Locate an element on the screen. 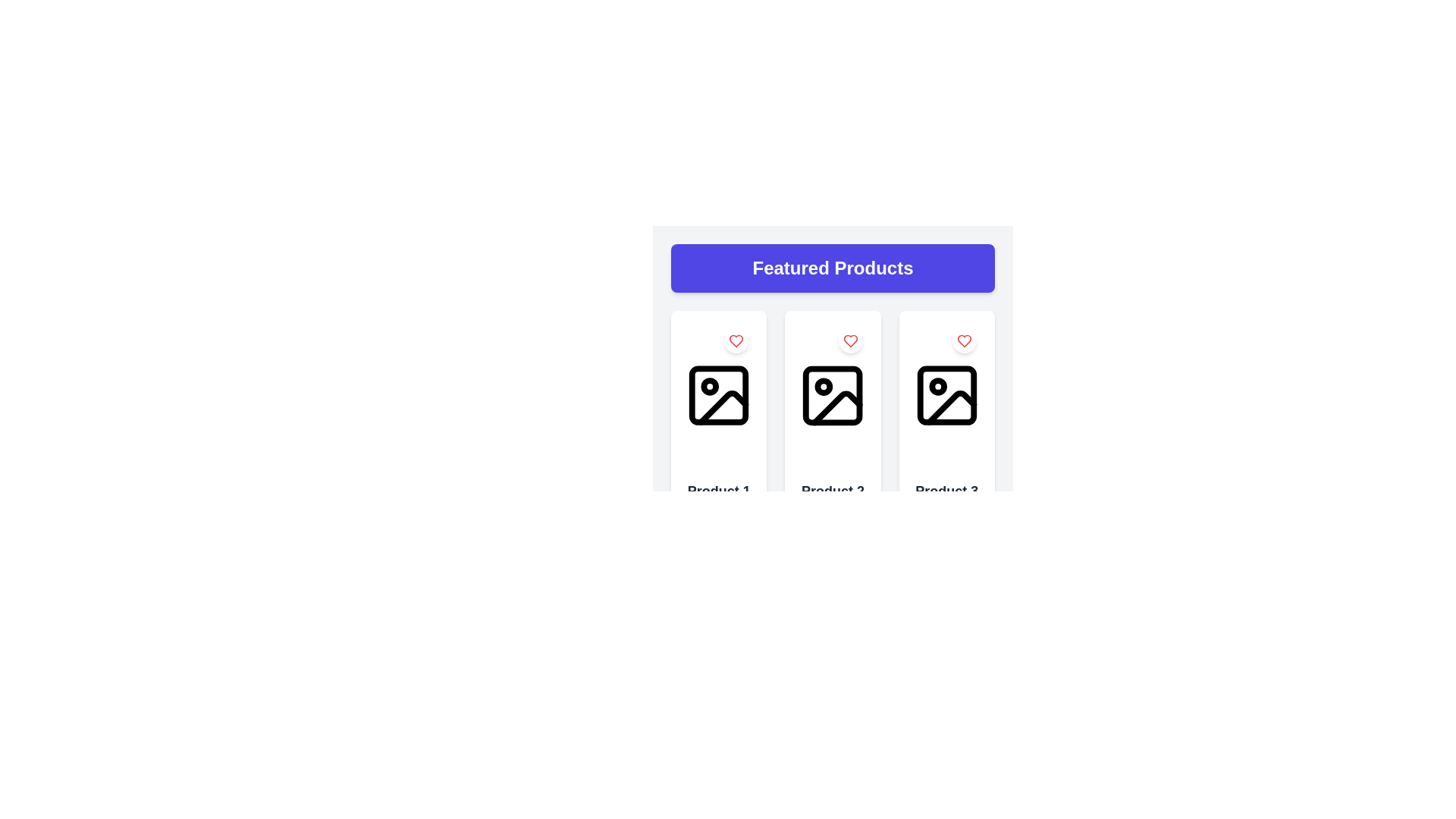 This screenshot has width=1456, height=819. text 'Product 2' located at the center of the second product card in the grid of 'Featured Products.' is located at coordinates (832, 491).